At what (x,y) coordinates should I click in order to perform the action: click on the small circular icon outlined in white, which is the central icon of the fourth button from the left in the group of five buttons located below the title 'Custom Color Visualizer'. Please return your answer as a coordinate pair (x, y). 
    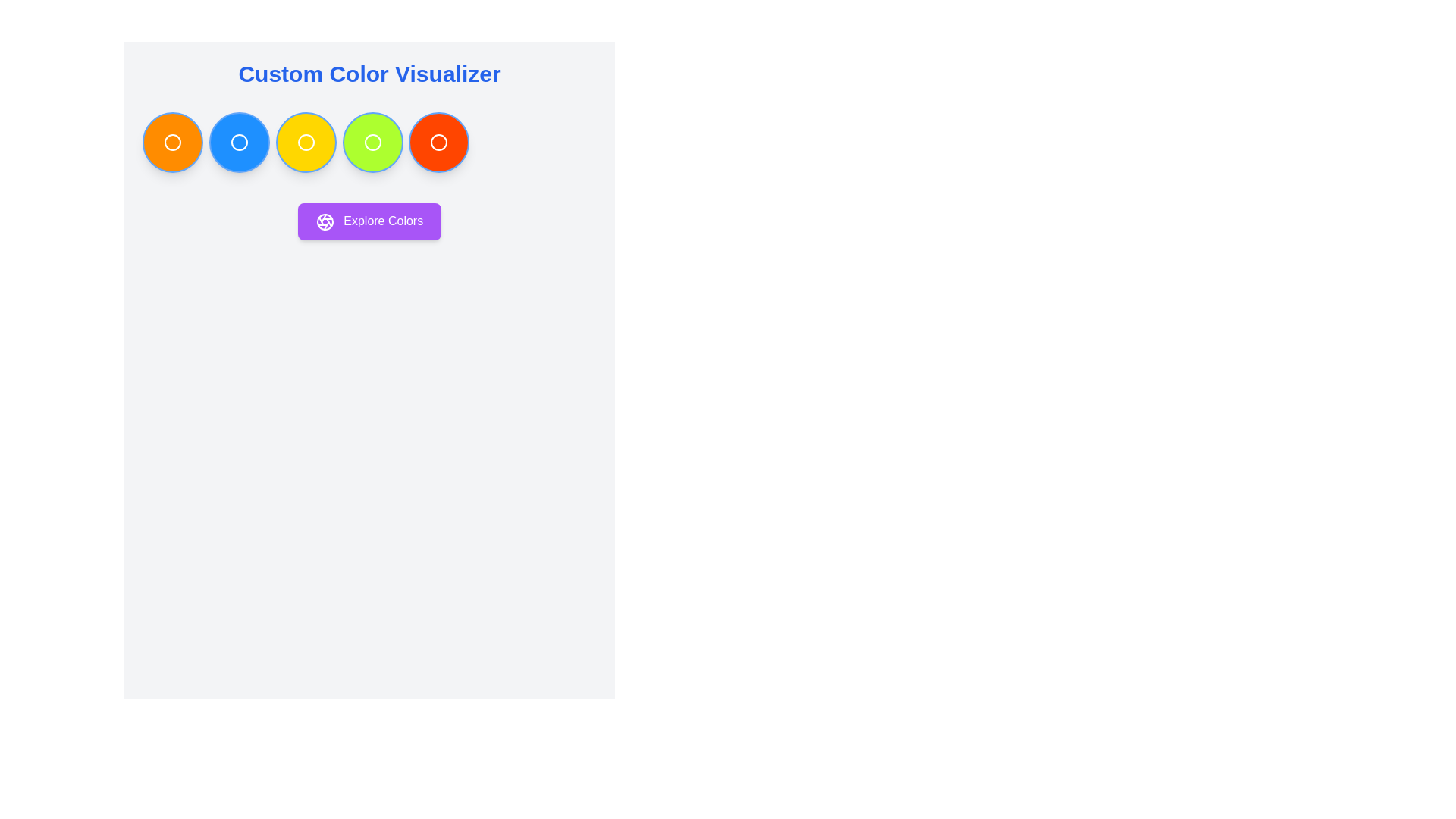
    Looking at the image, I should click on (372, 143).